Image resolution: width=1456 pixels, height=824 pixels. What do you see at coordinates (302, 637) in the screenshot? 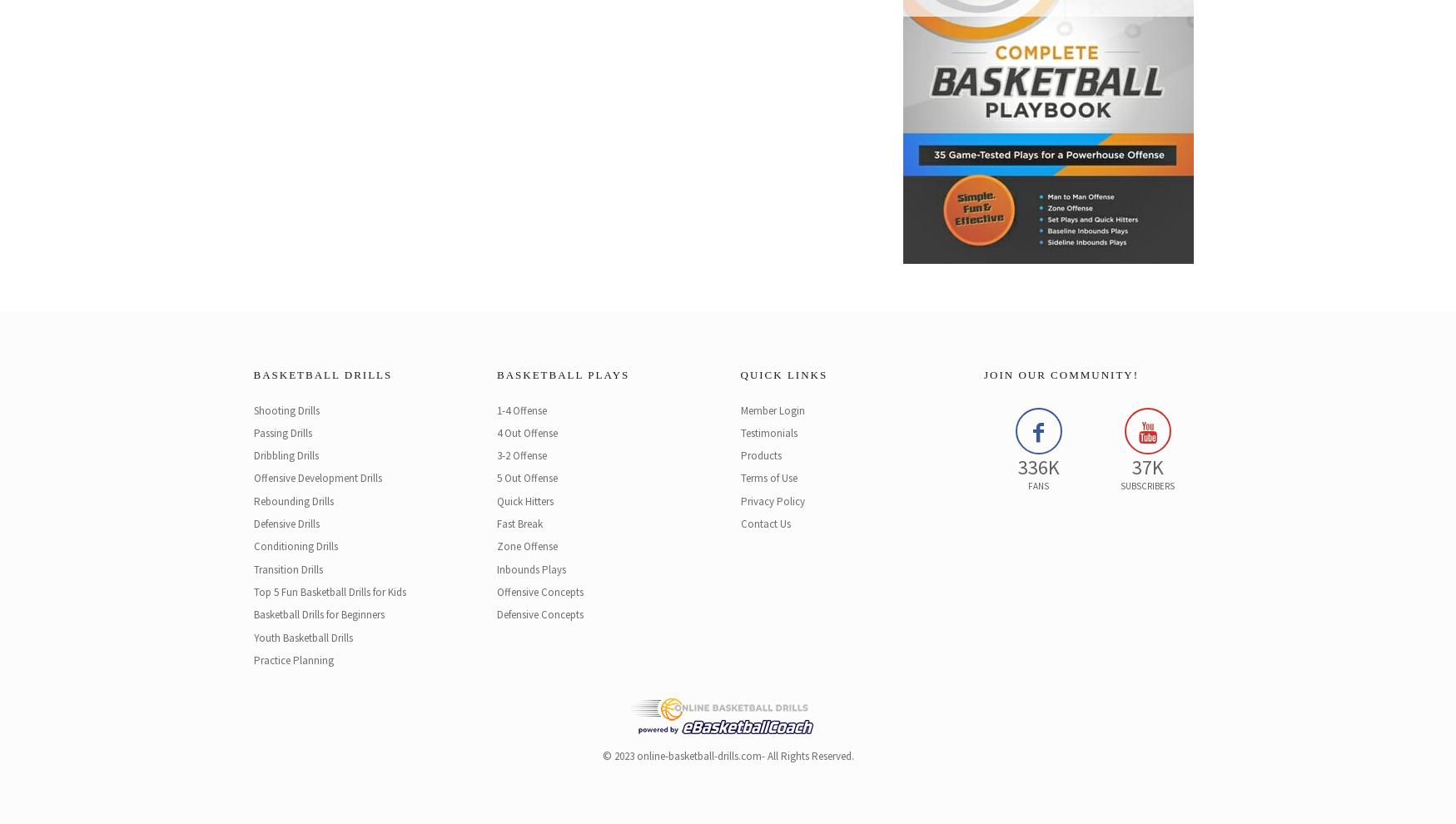
I see `'Youth Basketball Drills'` at bounding box center [302, 637].